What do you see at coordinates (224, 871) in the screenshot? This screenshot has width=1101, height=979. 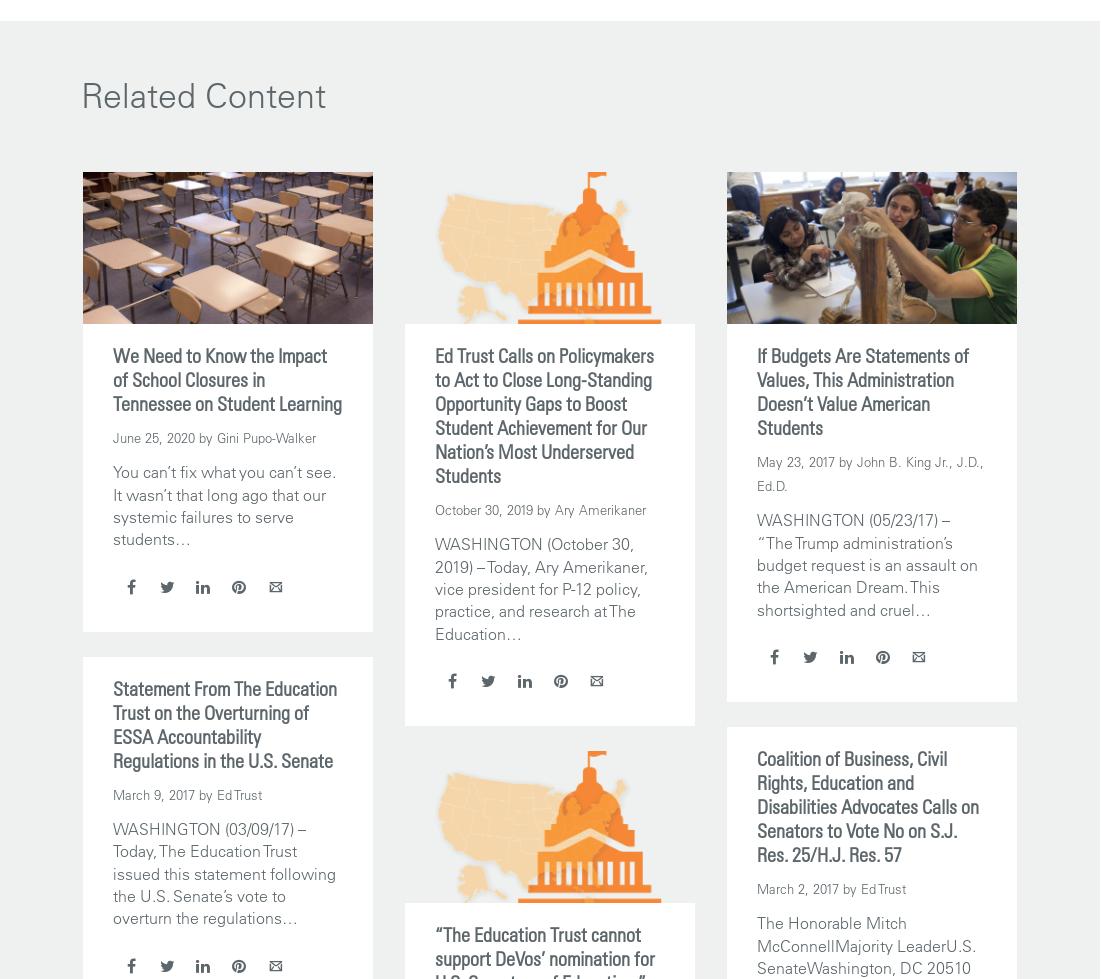 I see `'WASHINGTON (03/09/17) – Today, The Education Trust issued this statement following the U.S. Senate’s vote to overturn the regulations…'` at bounding box center [224, 871].